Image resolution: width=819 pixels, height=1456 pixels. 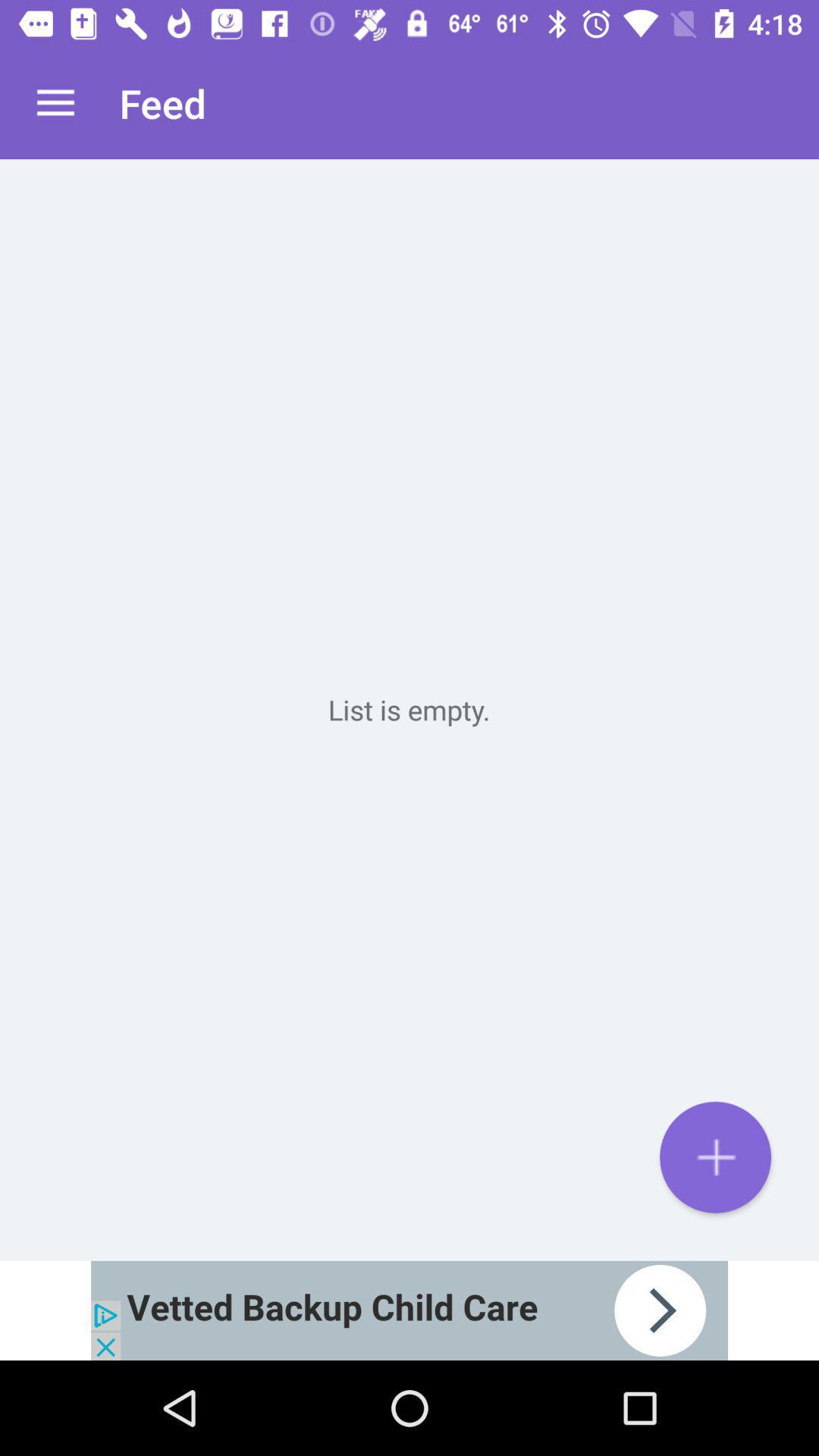 I want to click on text, so click(x=715, y=1156).